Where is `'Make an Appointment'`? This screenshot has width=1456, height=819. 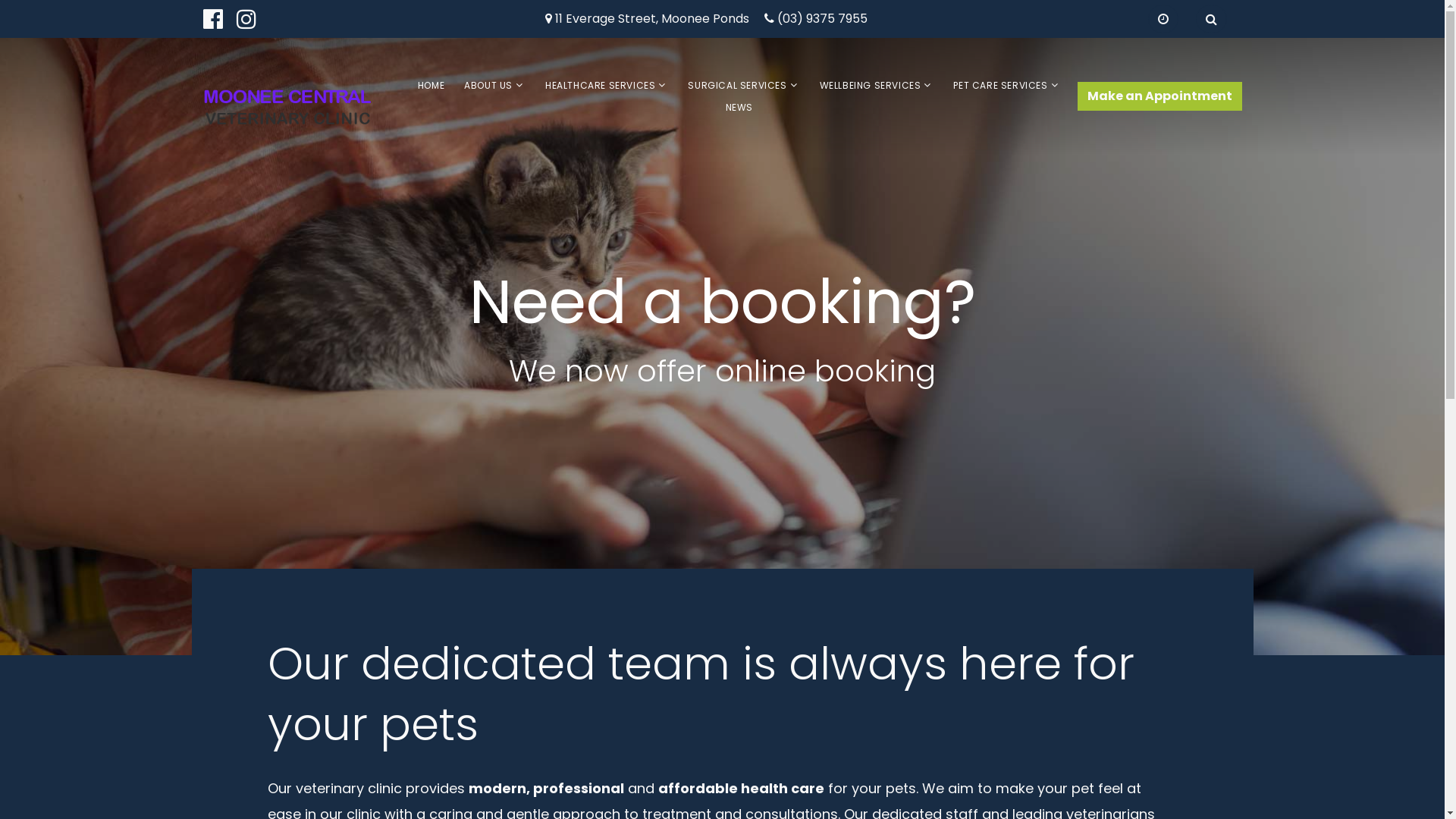 'Make an Appointment' is located at coordinates (1158, 96).